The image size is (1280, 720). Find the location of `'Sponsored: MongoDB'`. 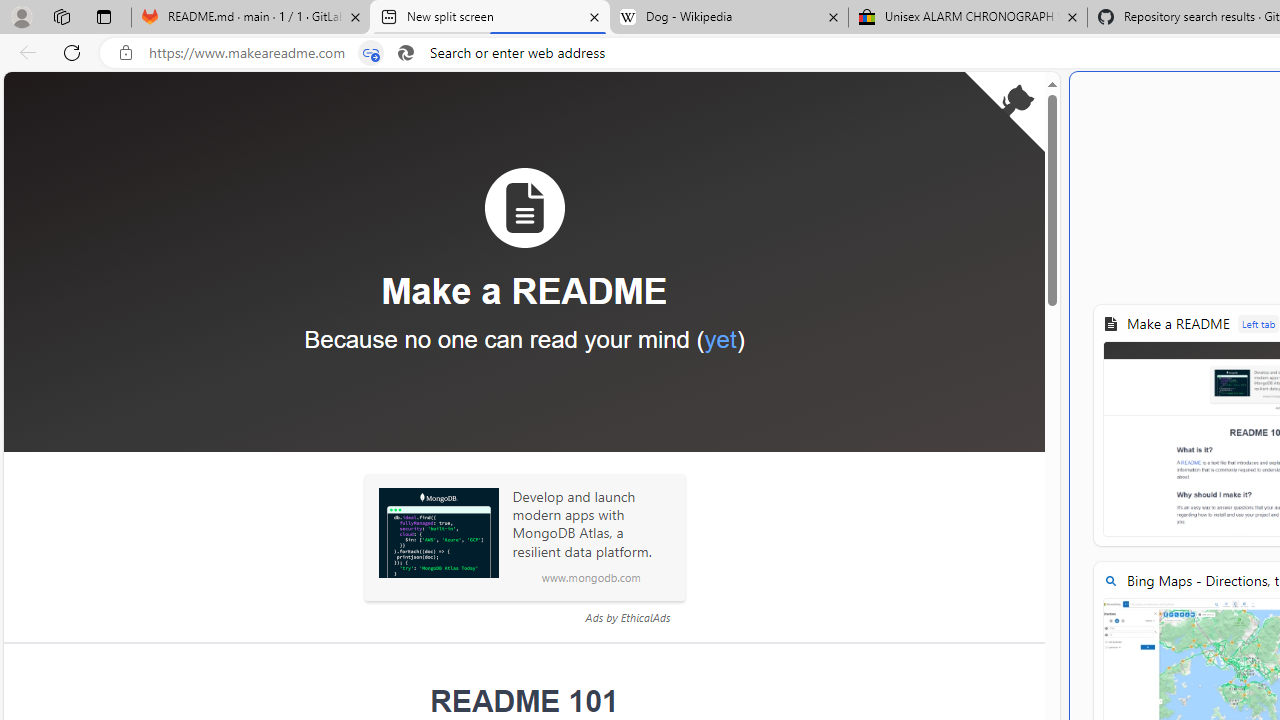

'Sponsored: MongoDB' is located at coordinates (437, 532).